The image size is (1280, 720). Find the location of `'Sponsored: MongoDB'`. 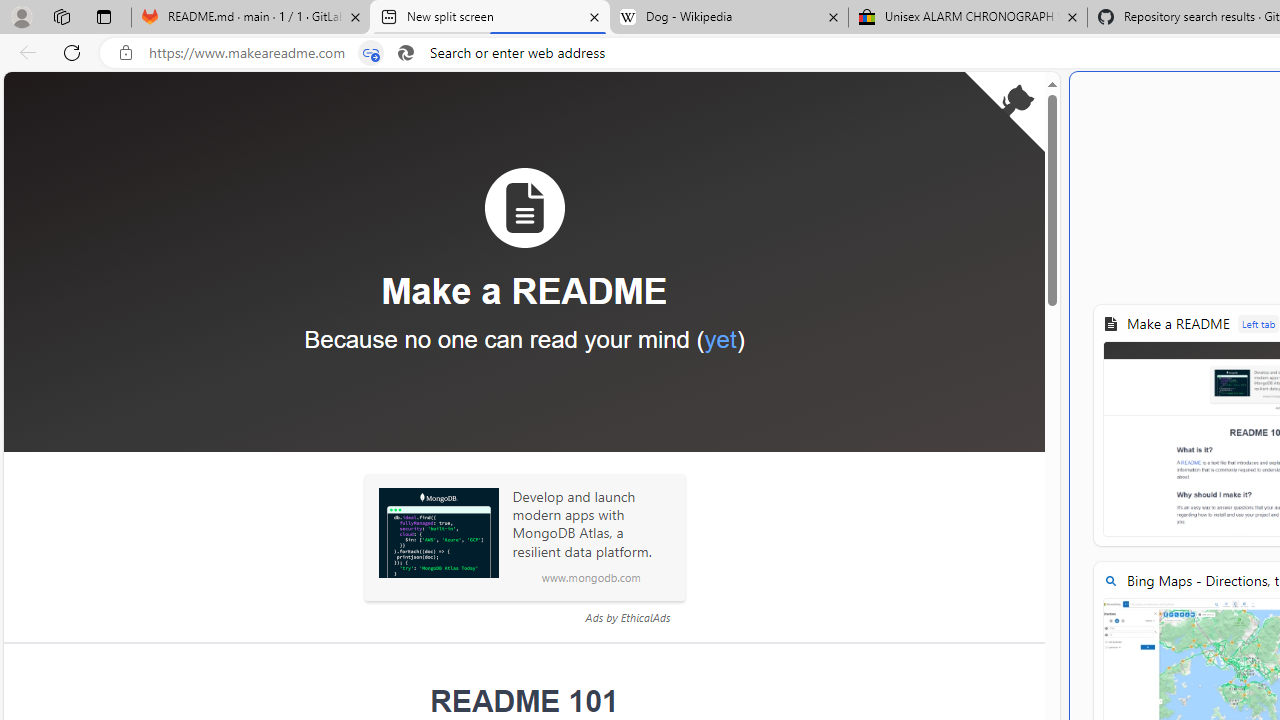

'Sponsored: MongoDB' is located at coordinates (437, 532).